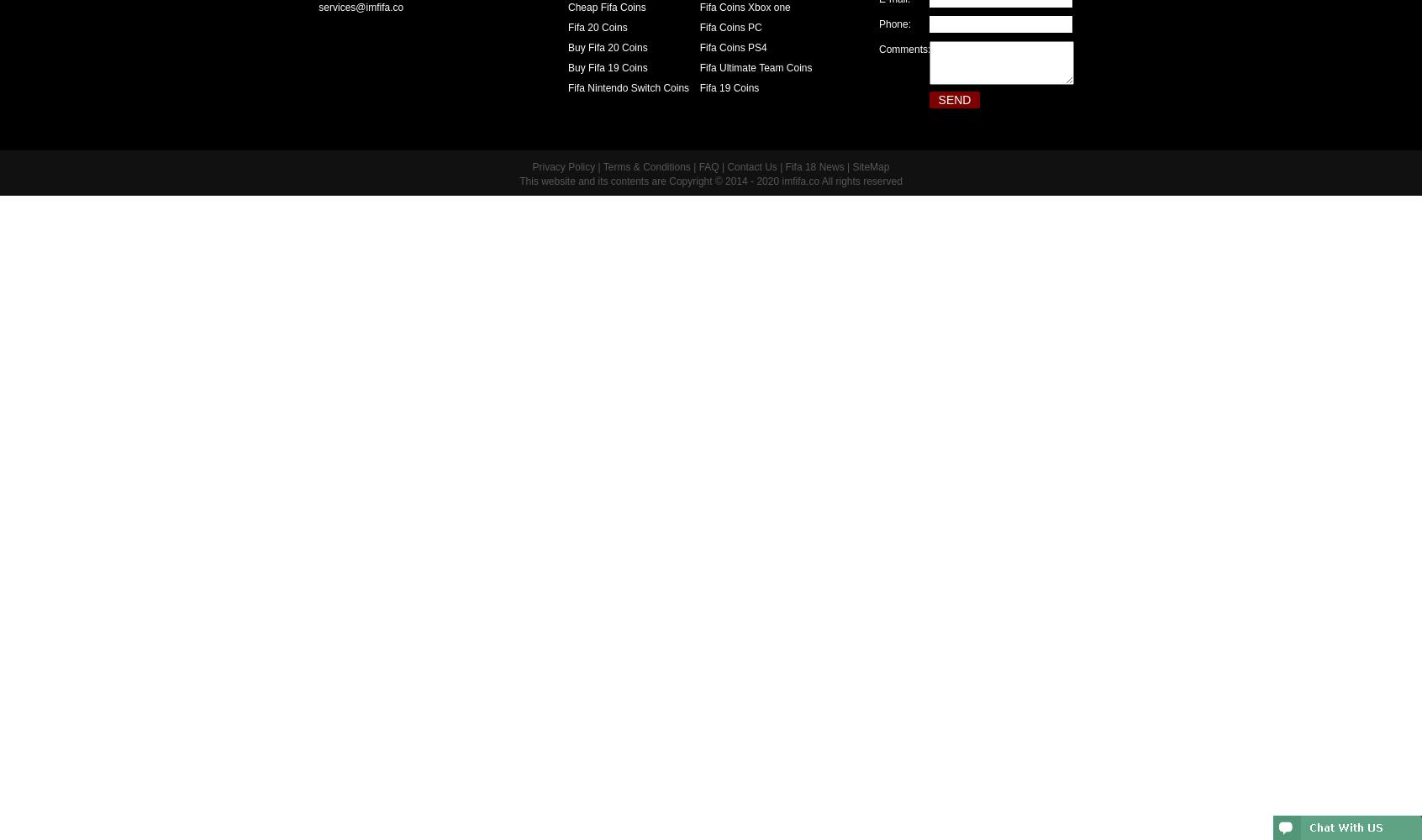 The width and height of the screenshot is (1422, 840). Describe the element at coordinates (567, 87) in the screenshot. I see `'Fifa Nintendo Switch Coins'` at that location.